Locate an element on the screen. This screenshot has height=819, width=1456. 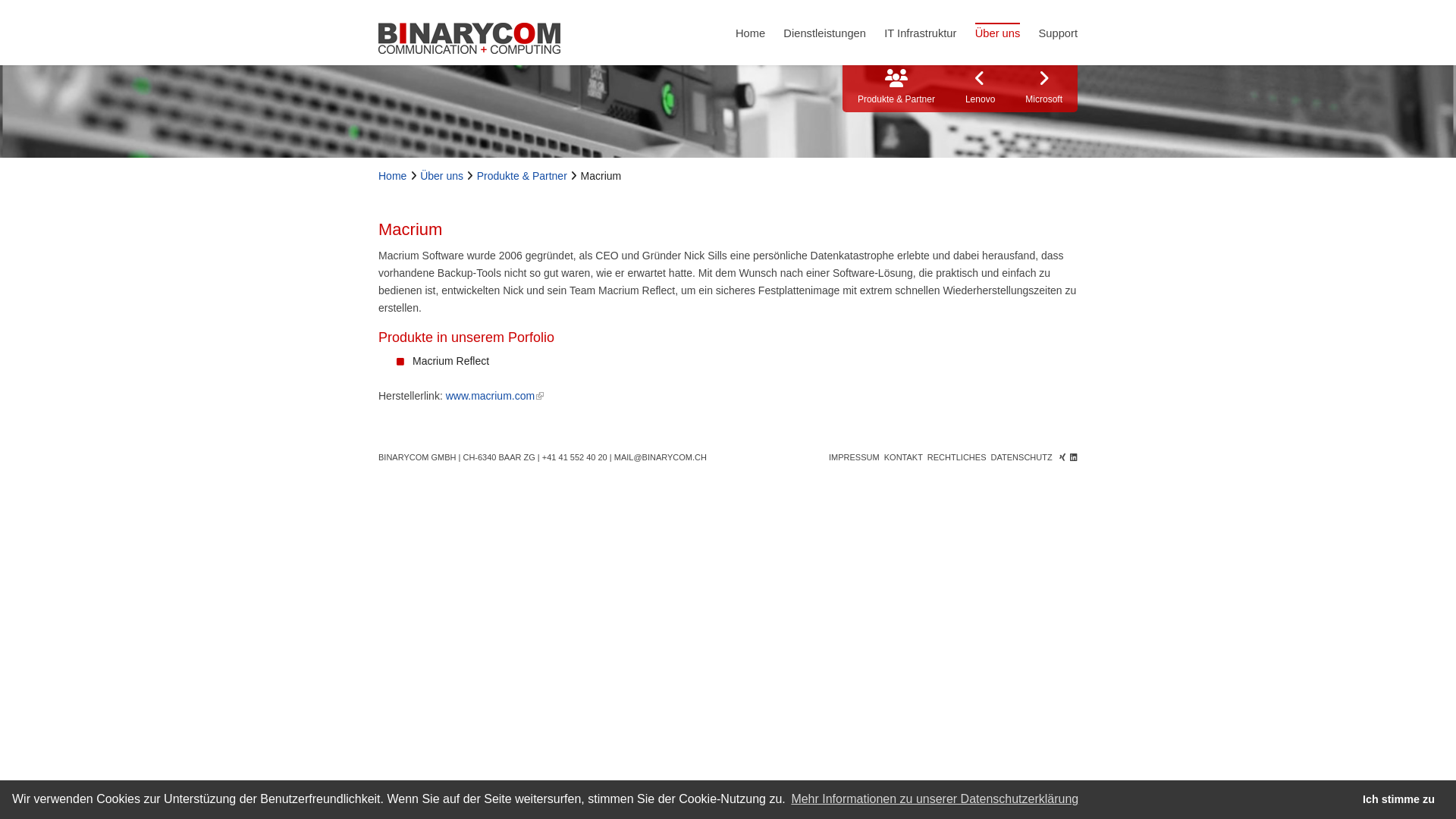
'Linkedin Profil besuchen' is located at coordinates (1073, 456).